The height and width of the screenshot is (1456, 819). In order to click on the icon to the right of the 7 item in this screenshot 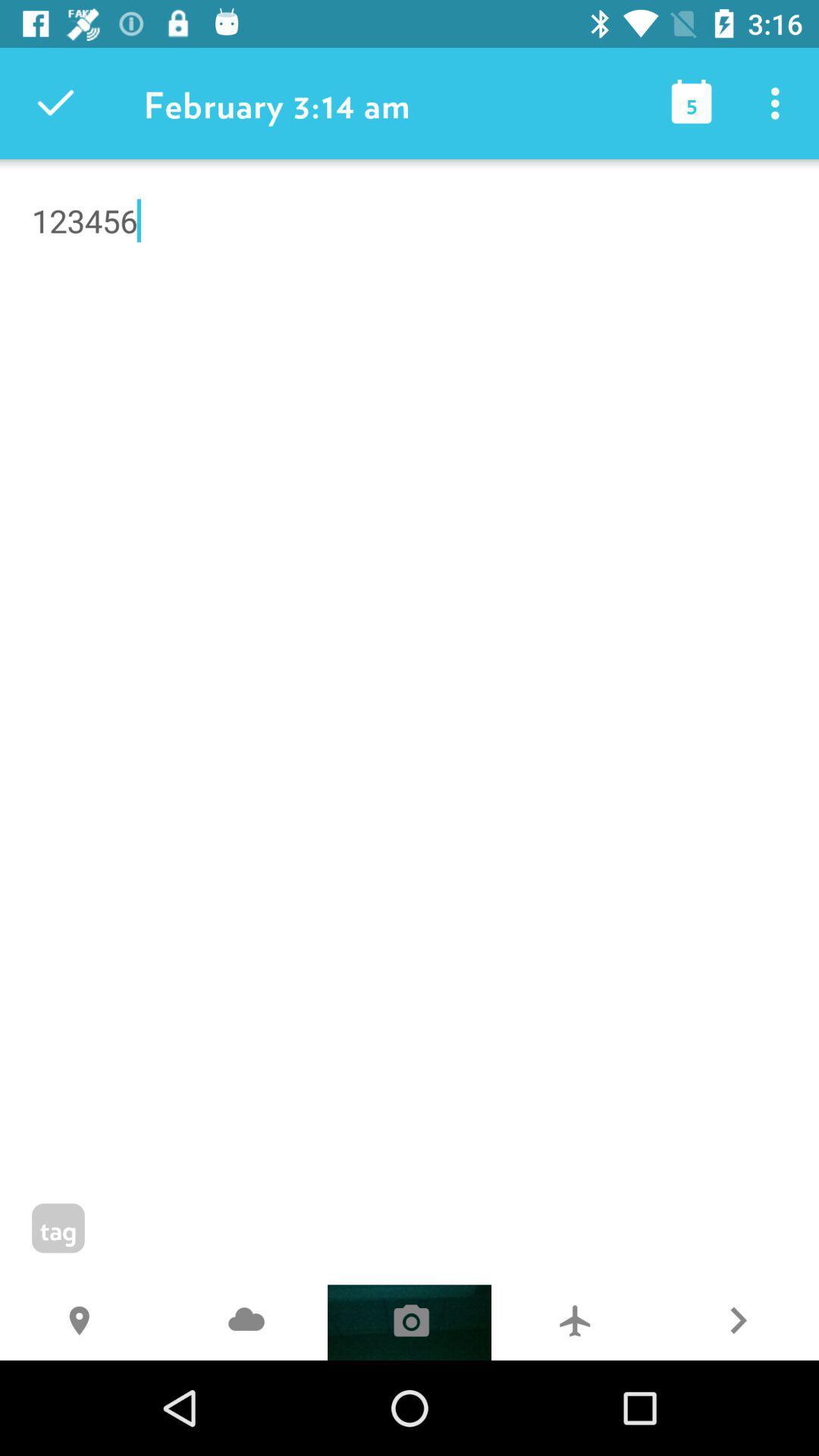, I will do `click(736, 1322)`.